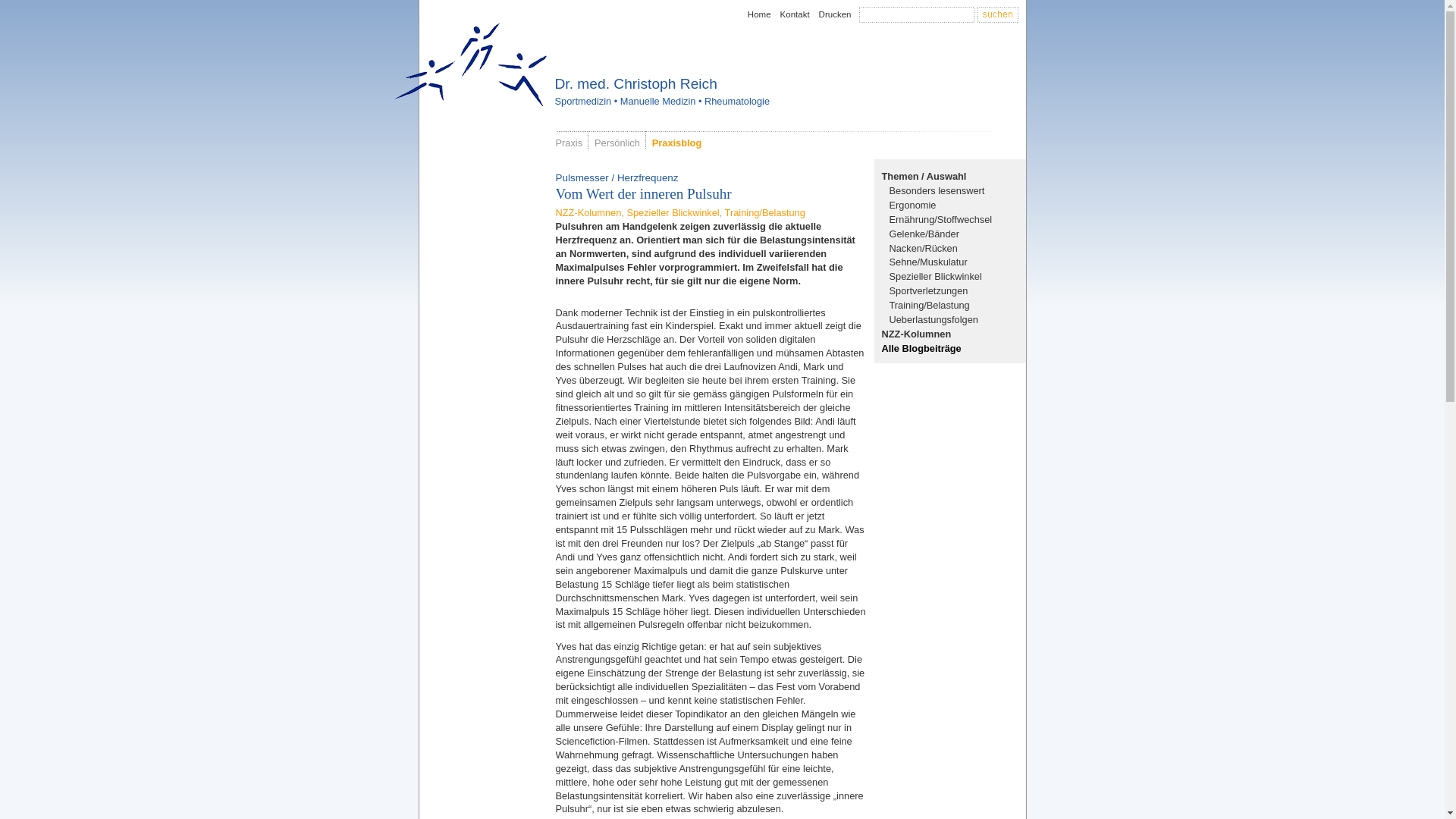 The width and height of the screenshot is (1456, 819). I want to click on 'NZZ-Kolumnen', so click(915, 333).